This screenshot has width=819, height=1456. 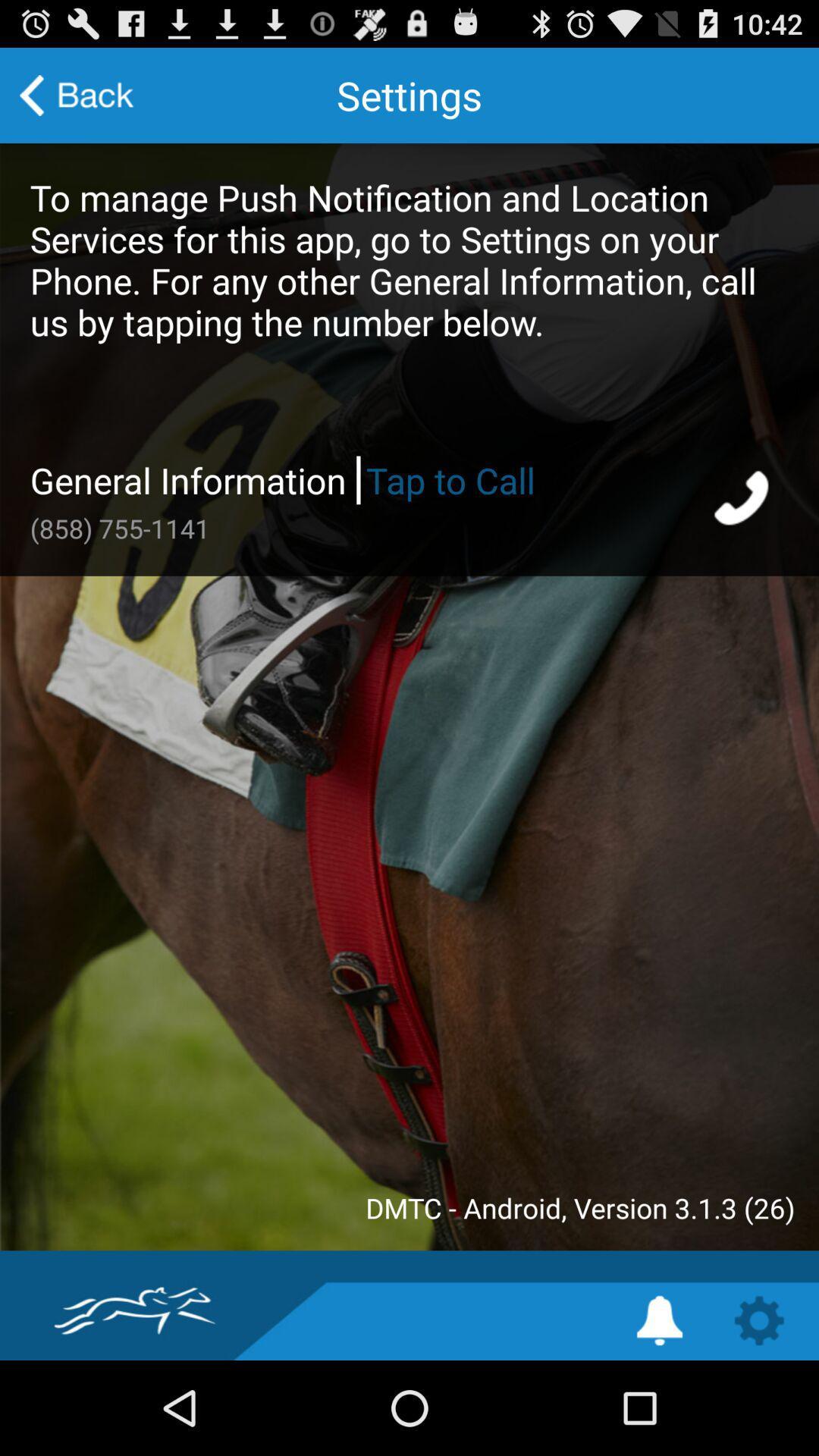 What do you see at coordinates (759, 1412) in the screenshot?
I see `the settings icon` at bounding box center [759, 1412].